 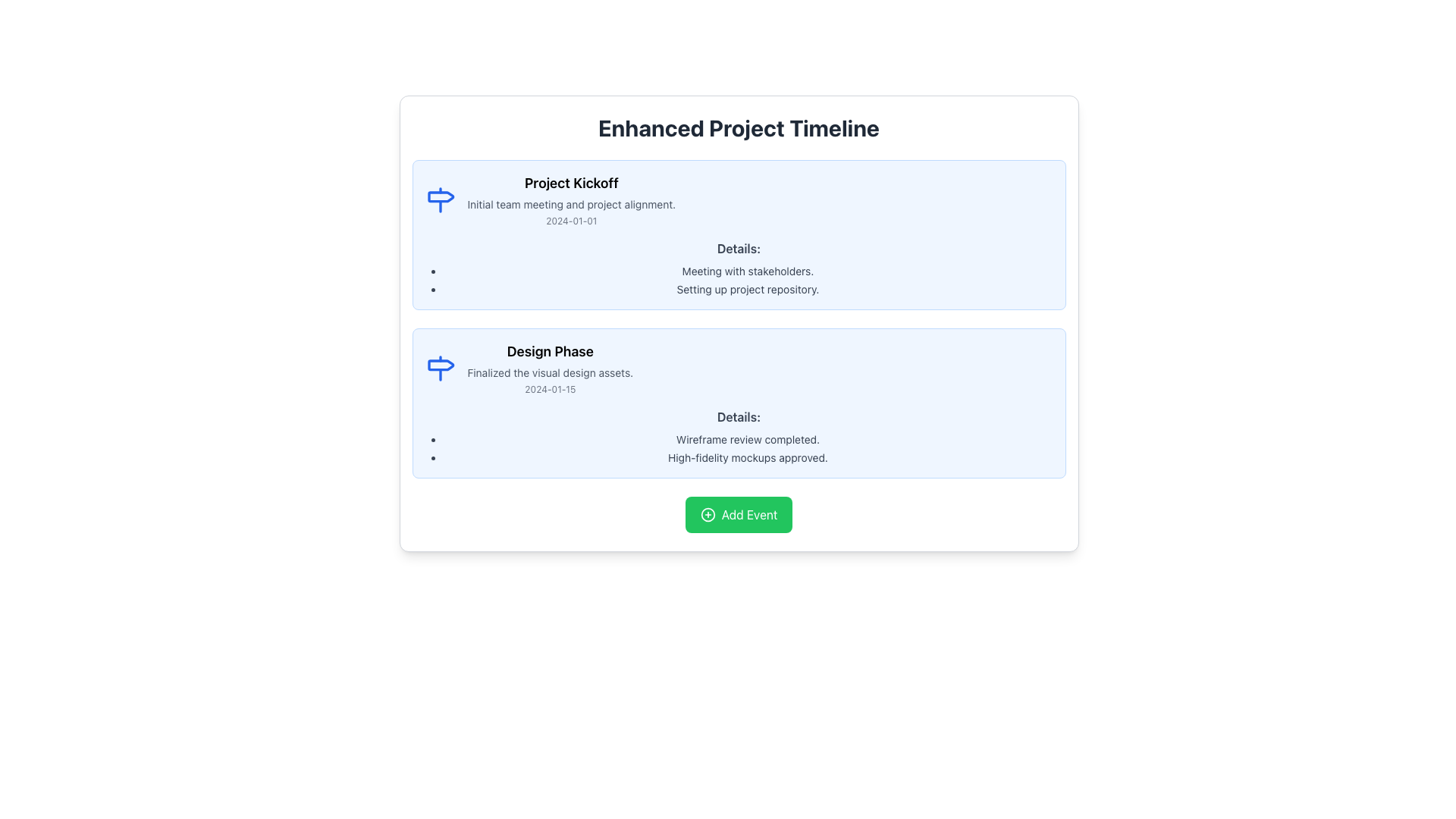 I want to click on the header label that introduces the details in the 'Project Kickoff' section, located above the list of details and centered horizontally within the card, so click(x=739, y=247).